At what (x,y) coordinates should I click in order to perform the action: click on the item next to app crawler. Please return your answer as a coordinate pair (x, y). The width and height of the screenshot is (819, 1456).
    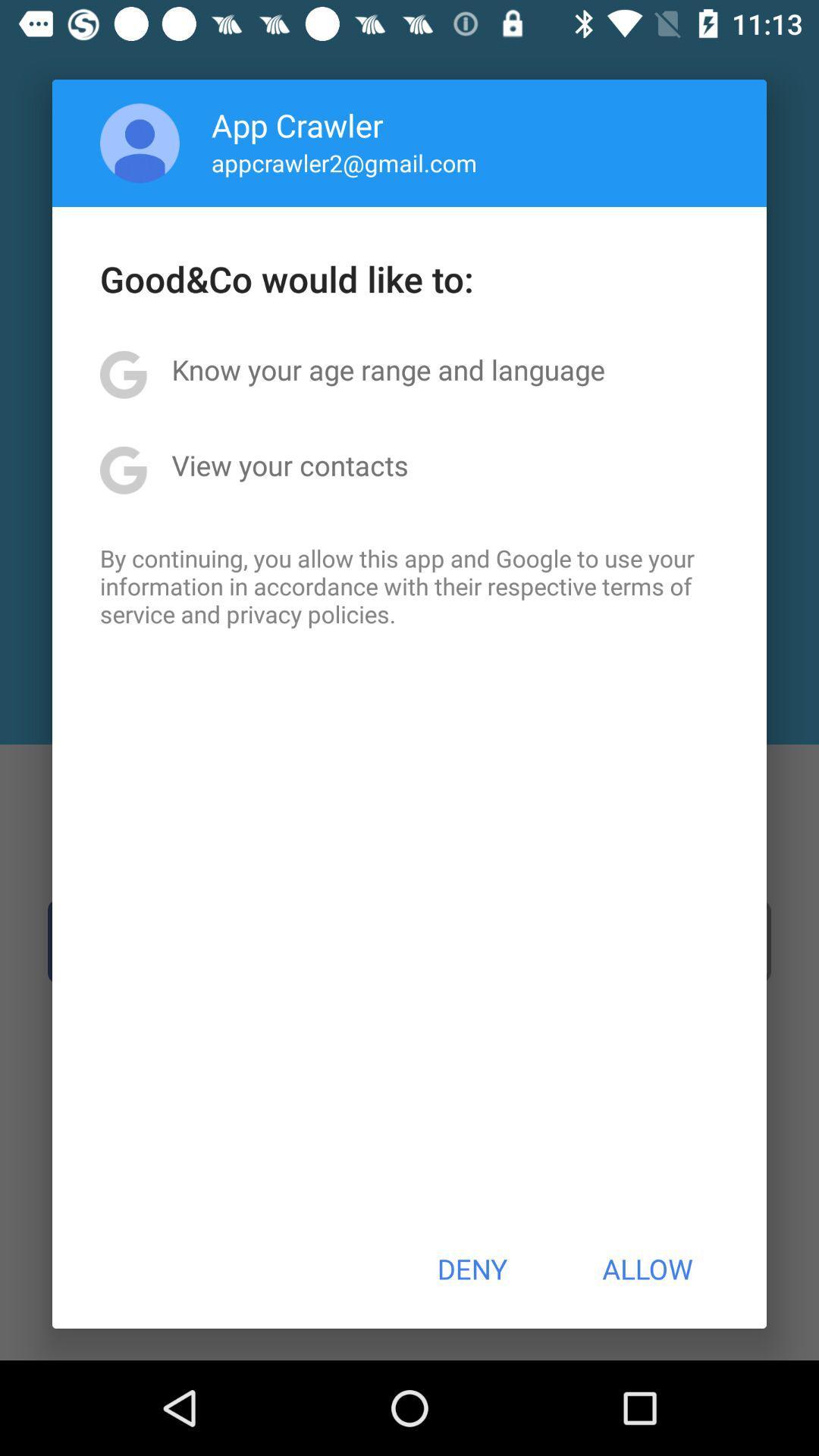
    Looking at the image, I should click on (140, 143).